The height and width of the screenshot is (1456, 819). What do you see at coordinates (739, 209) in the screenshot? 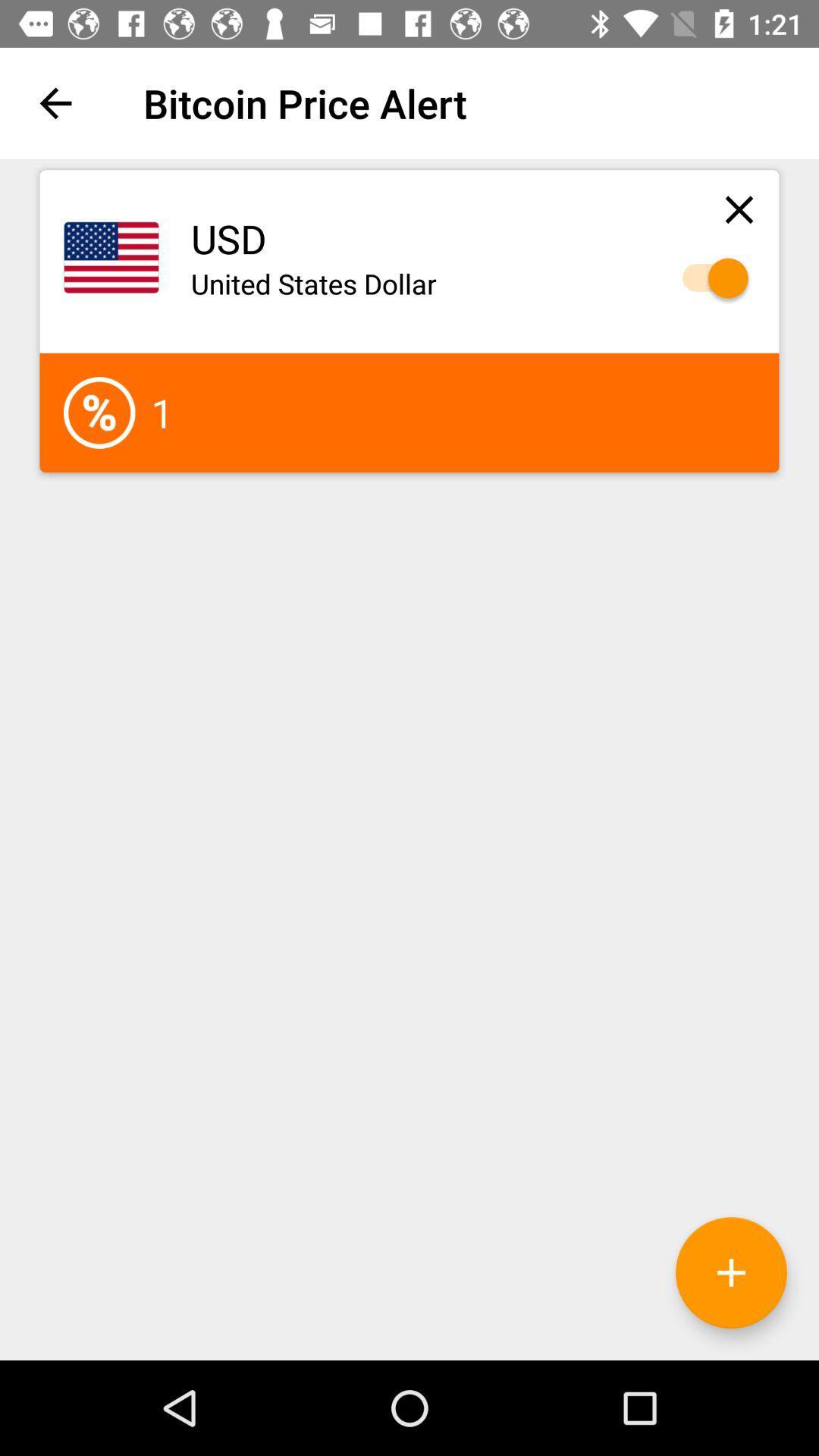
I see `item to the right of the usd icon` at bounding box center [739, 209].